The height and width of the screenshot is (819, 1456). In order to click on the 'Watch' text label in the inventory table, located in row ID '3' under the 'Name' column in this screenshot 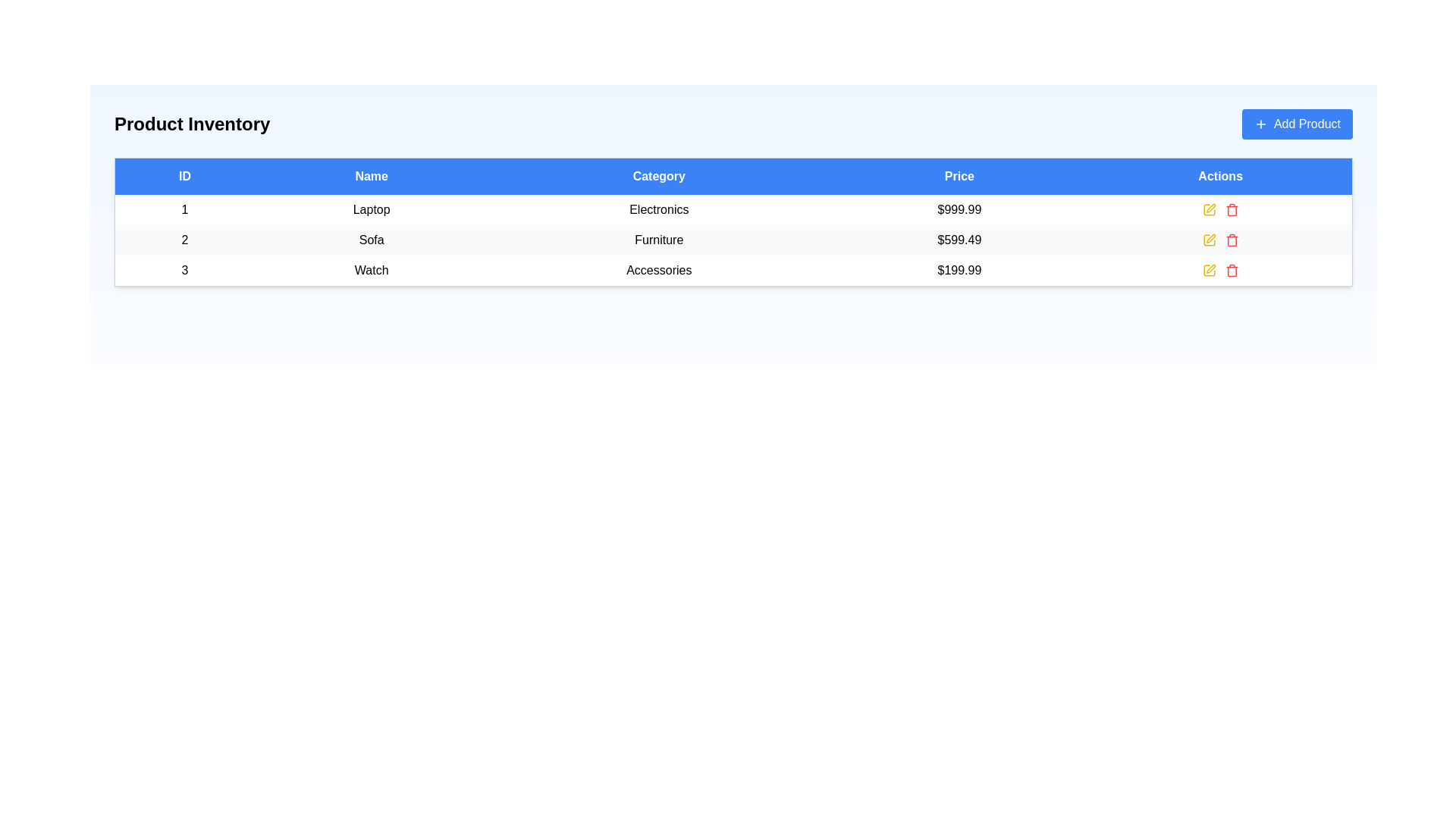, I will do `click(372, 270)`.